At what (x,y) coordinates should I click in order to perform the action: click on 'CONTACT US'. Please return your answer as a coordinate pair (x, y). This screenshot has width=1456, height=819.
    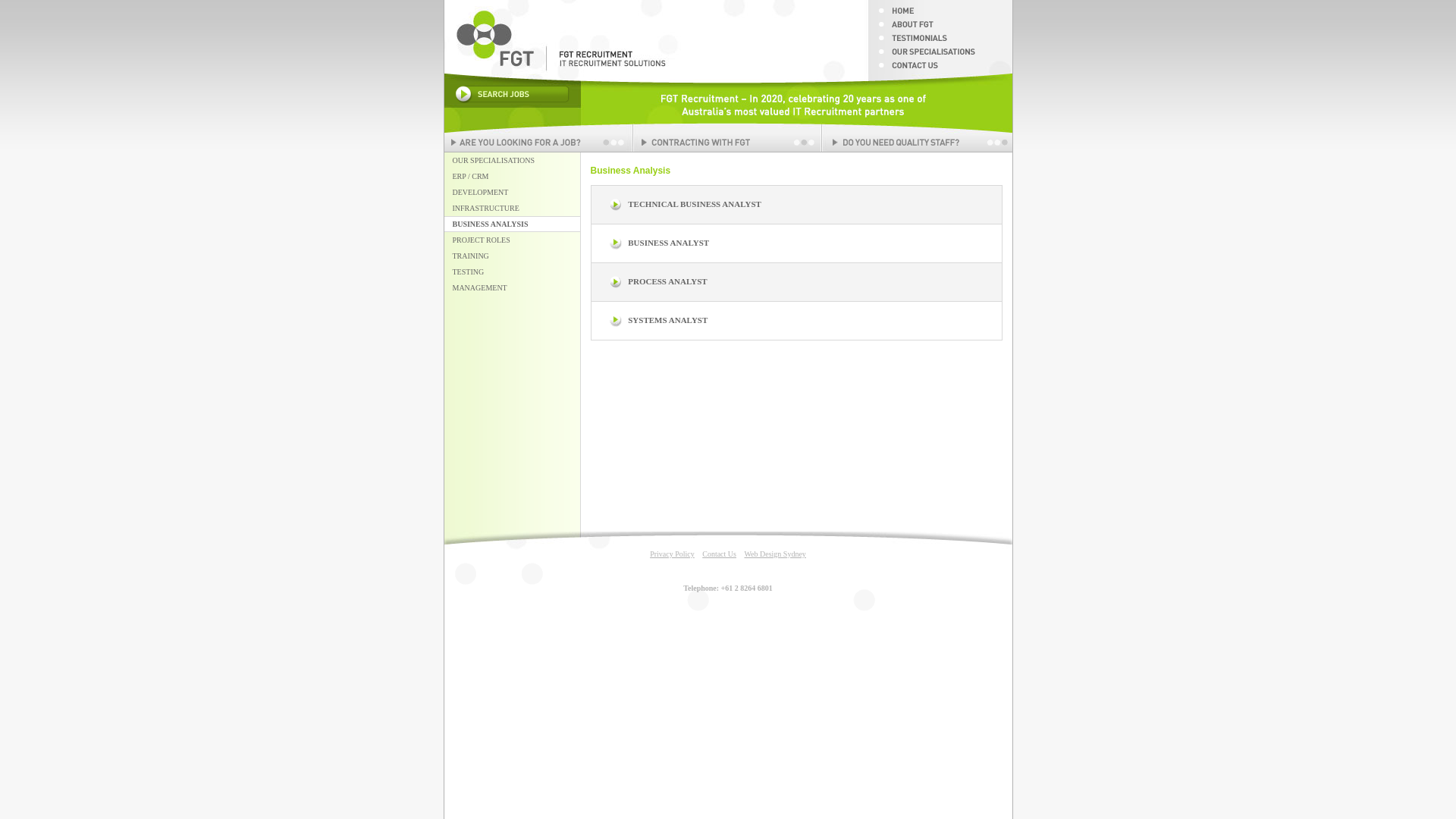
    Looking at the image, I should click on (938, 69).